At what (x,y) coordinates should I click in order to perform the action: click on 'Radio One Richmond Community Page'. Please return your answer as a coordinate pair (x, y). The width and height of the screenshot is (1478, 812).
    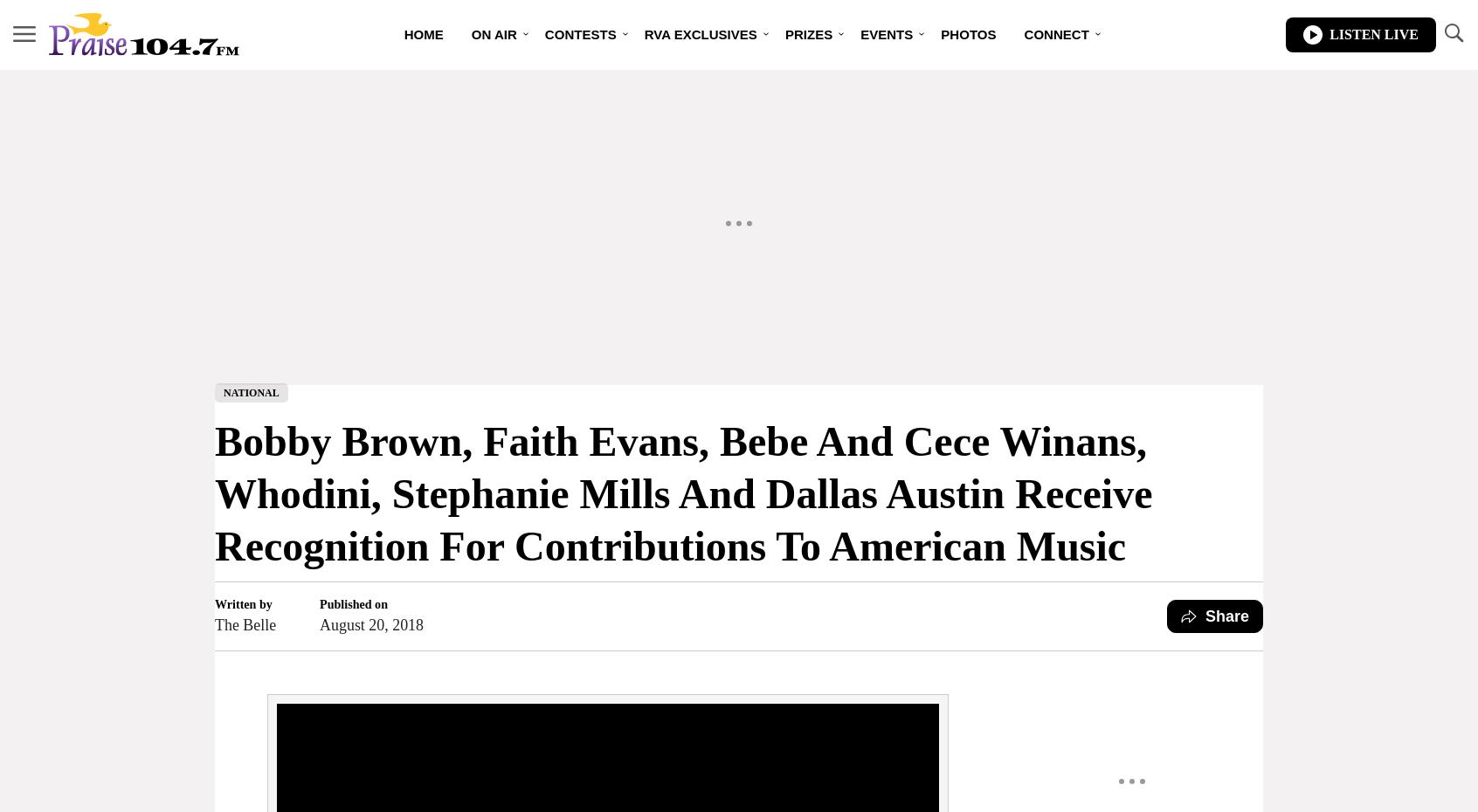
    Looking at the image, I should click on (736, 104).